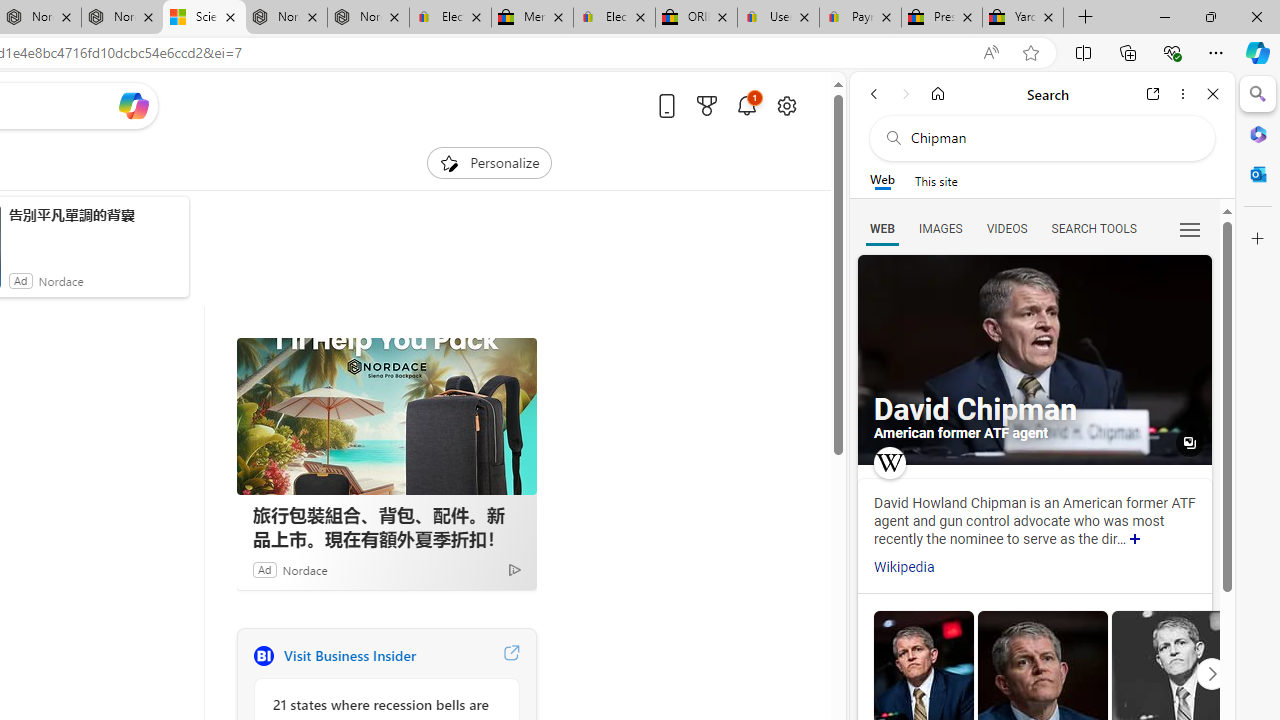 The height and width of the screenshot is (720, 1280). Describe the element at coordinates (514, 569) in the screenshot. I see `'Ad Choice'` at that location.